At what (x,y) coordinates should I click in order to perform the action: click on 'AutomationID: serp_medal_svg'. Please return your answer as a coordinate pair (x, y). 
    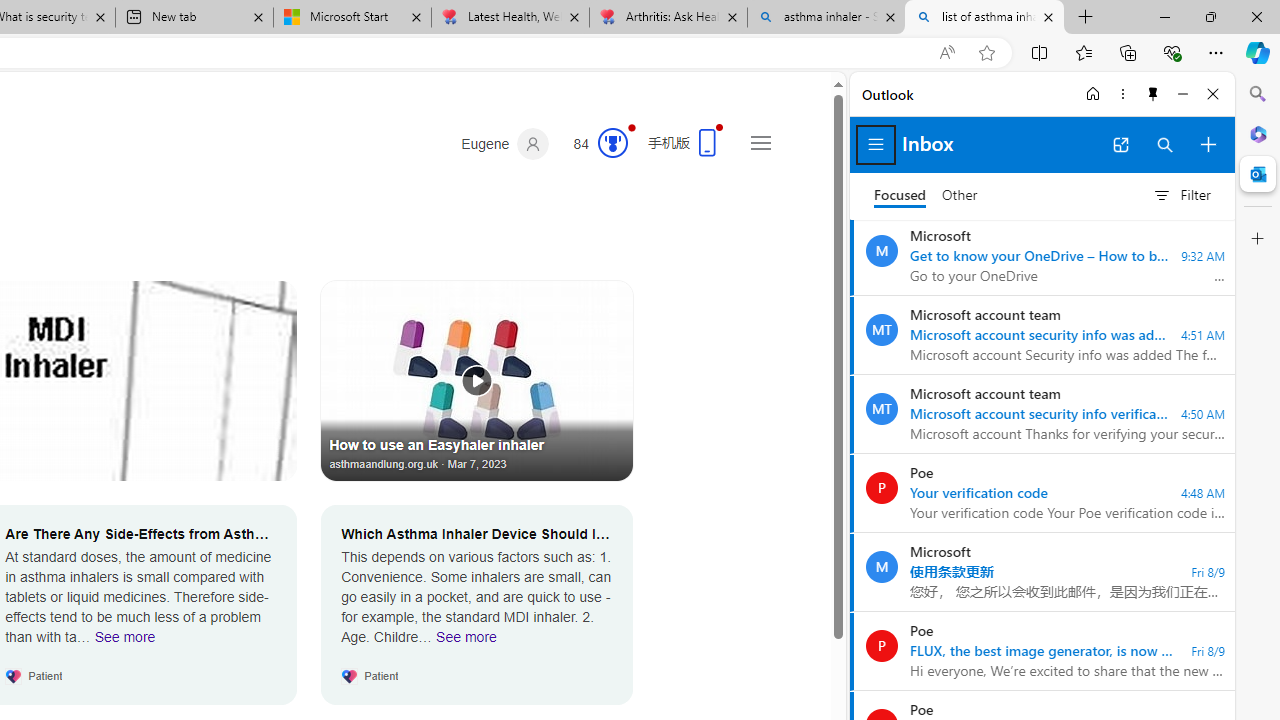
    Looking at the image, I should click on (611, 141).